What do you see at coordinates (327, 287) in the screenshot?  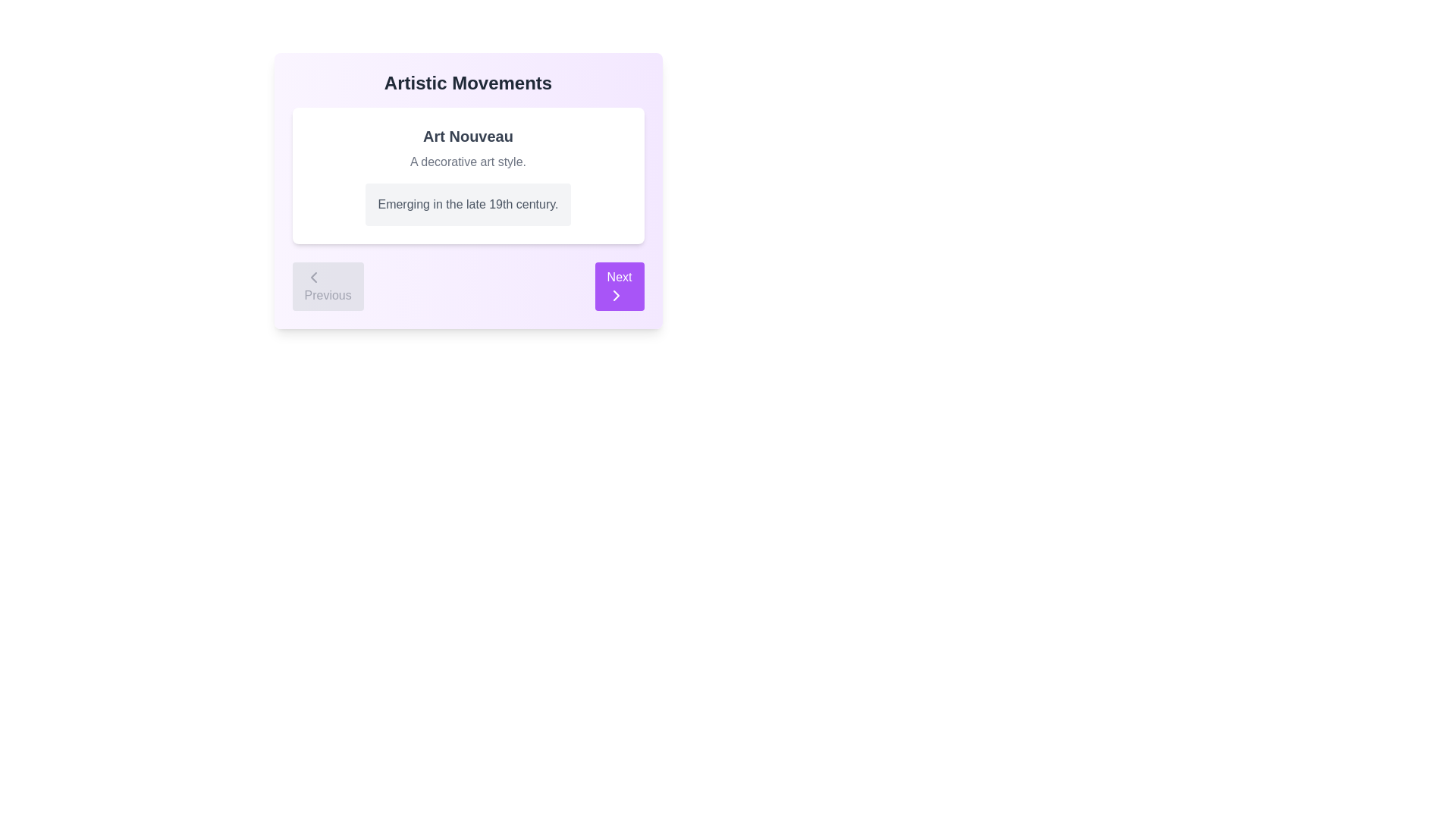 I see `the Previous button to navigate through concepts` at bounding box center [327, 287].